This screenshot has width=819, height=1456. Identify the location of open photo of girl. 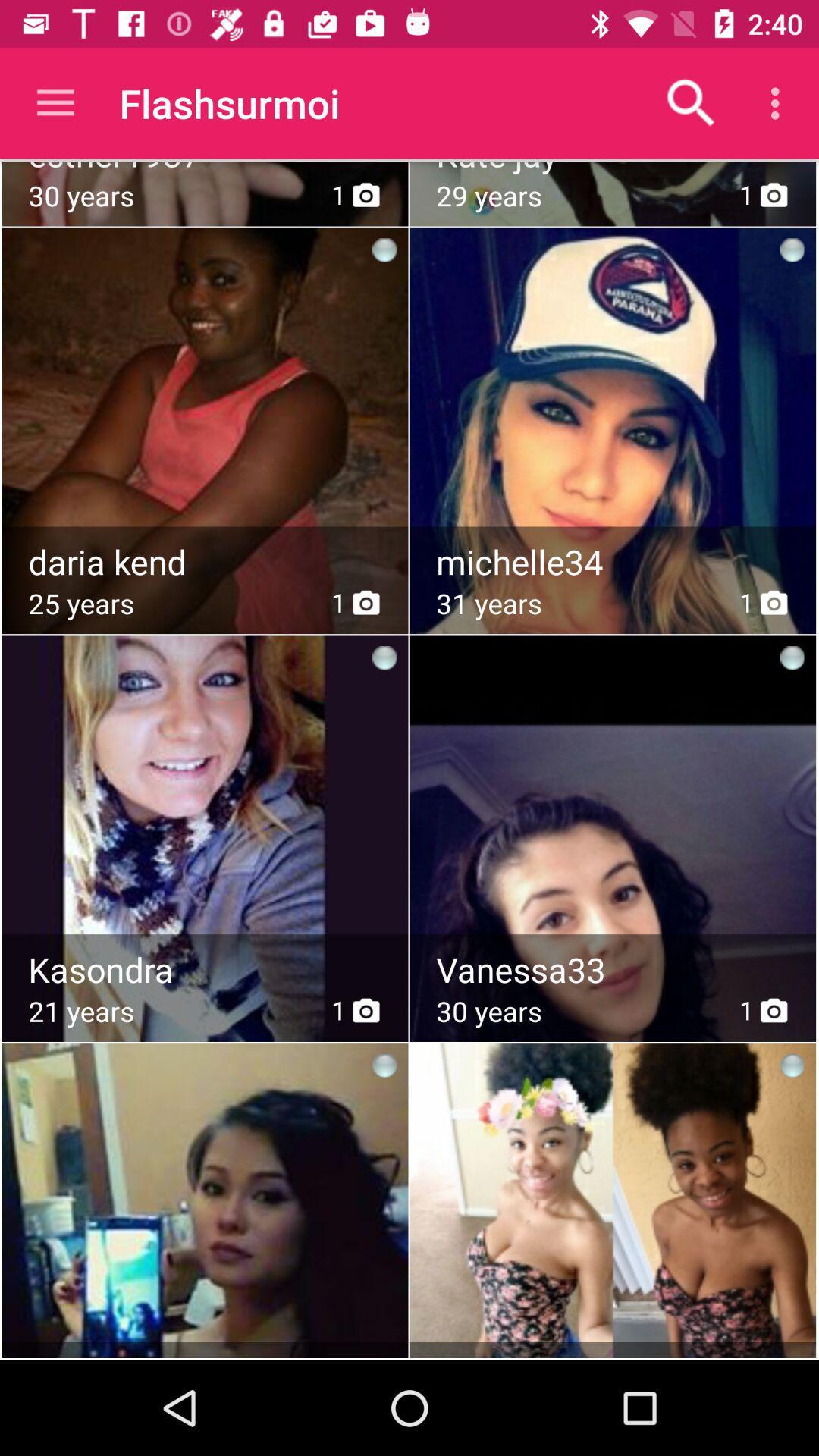
(205, 800).